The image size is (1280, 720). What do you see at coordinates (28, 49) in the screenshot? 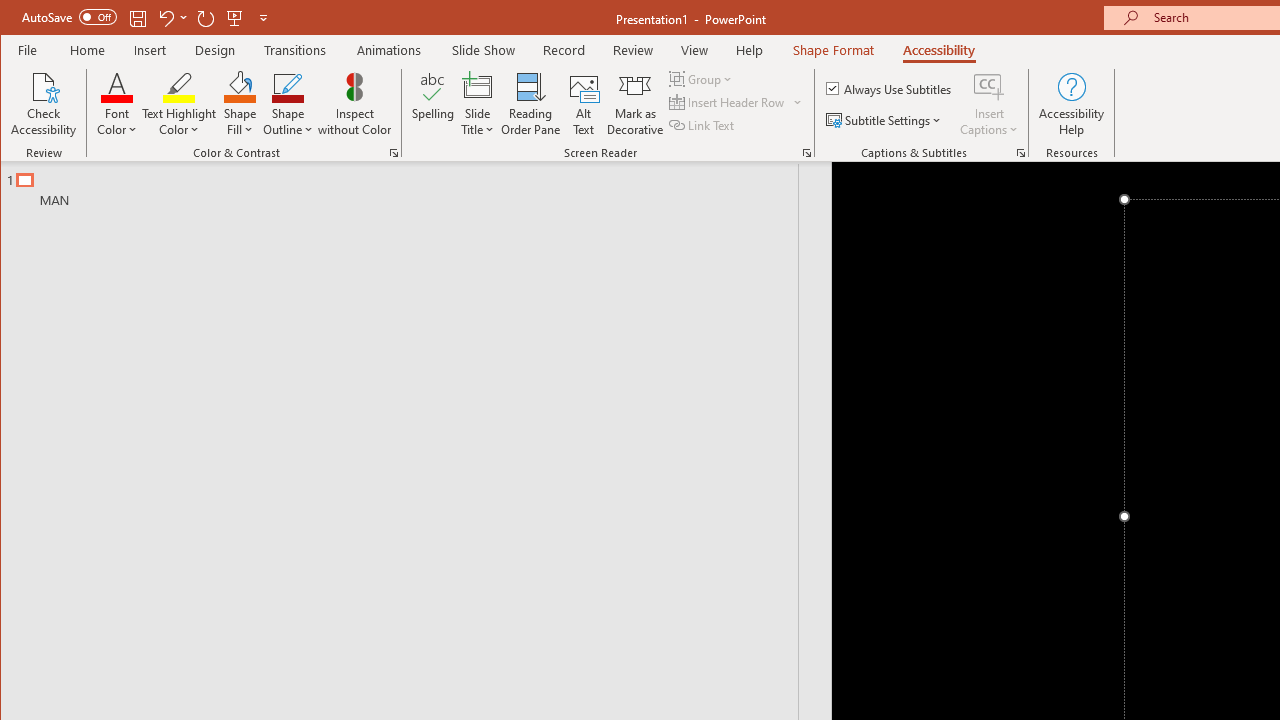
I see `'File Tab'` at bounding box center [28, 49].